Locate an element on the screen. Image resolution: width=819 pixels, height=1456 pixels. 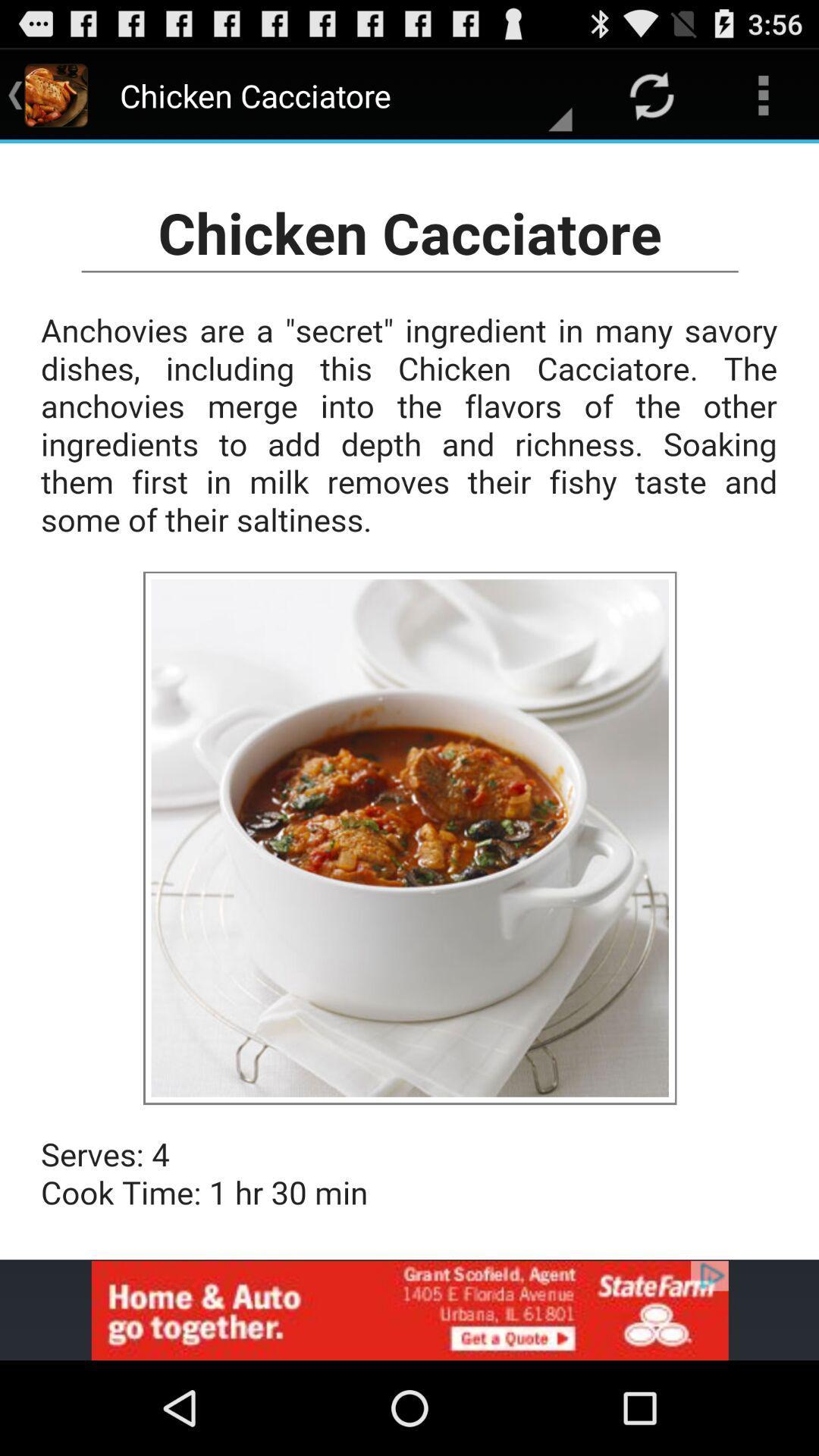
recipe is located at coordinates (409, 701).